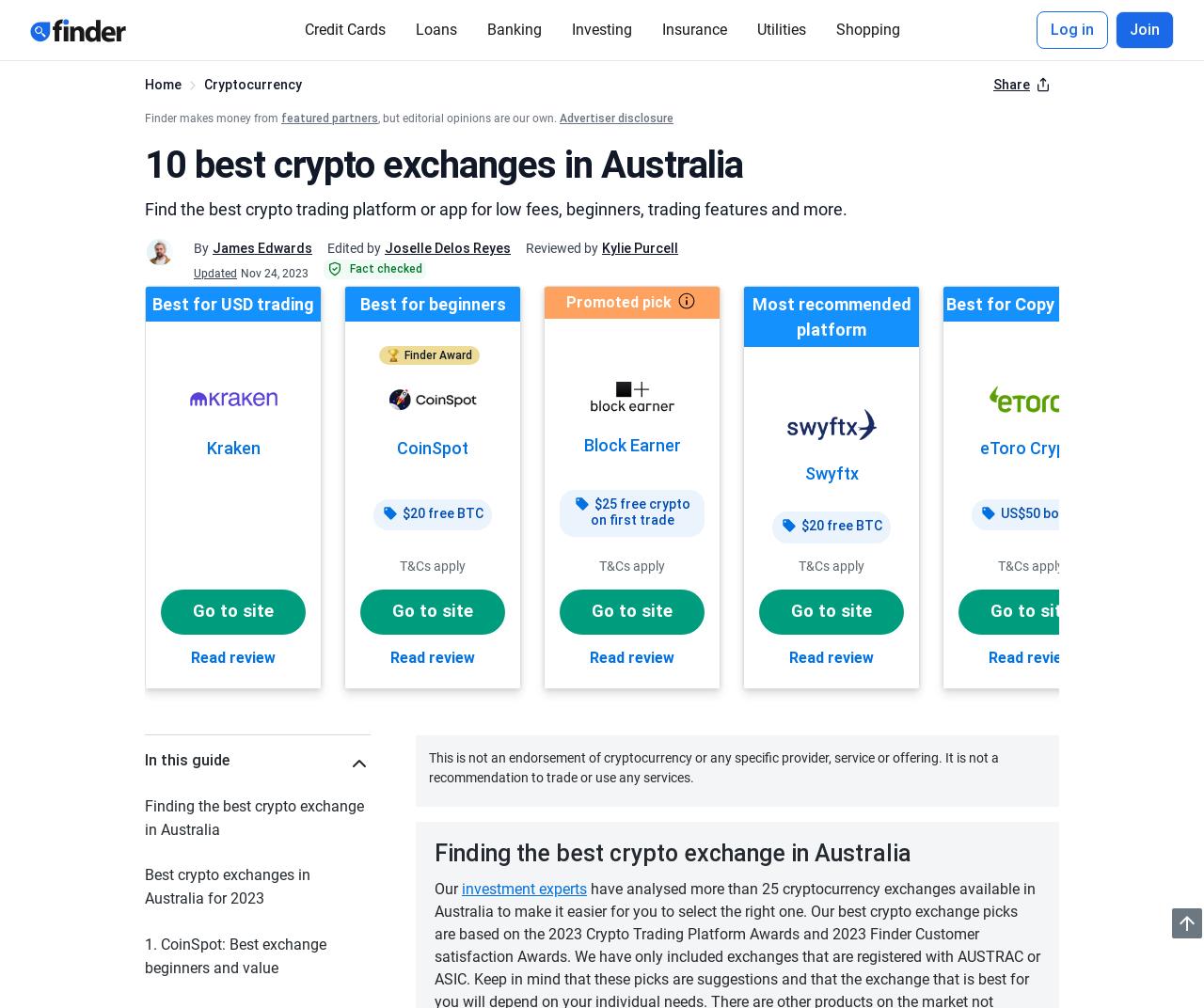 This screenshot has width=1204, height=1008. I want to click on '$25 free crypto on first trade', so click(639, 510).